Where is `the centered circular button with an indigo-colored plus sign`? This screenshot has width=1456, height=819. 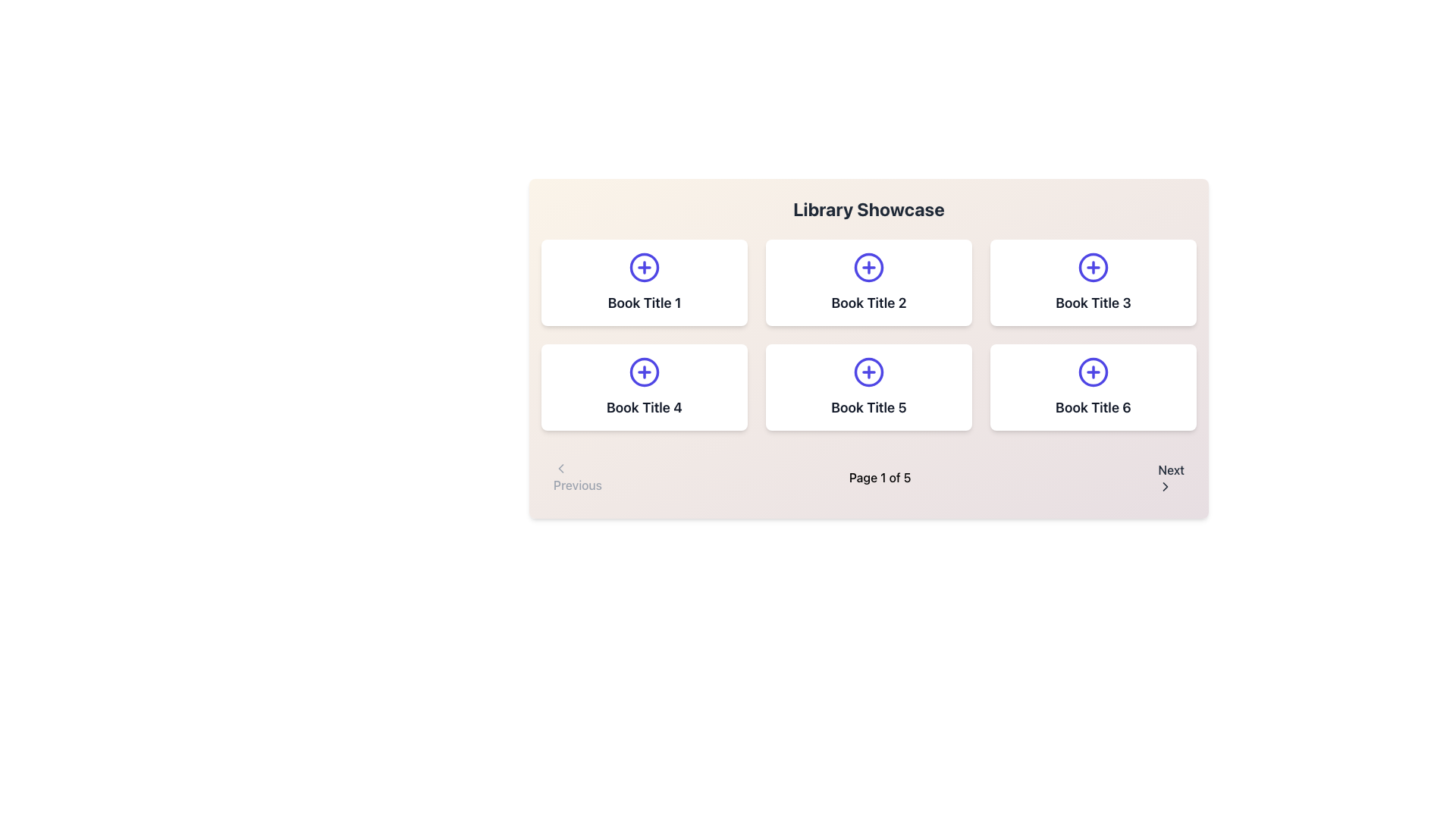 the centered circular button with an indigo-colored plus sign is located at coordinates (869, 372).